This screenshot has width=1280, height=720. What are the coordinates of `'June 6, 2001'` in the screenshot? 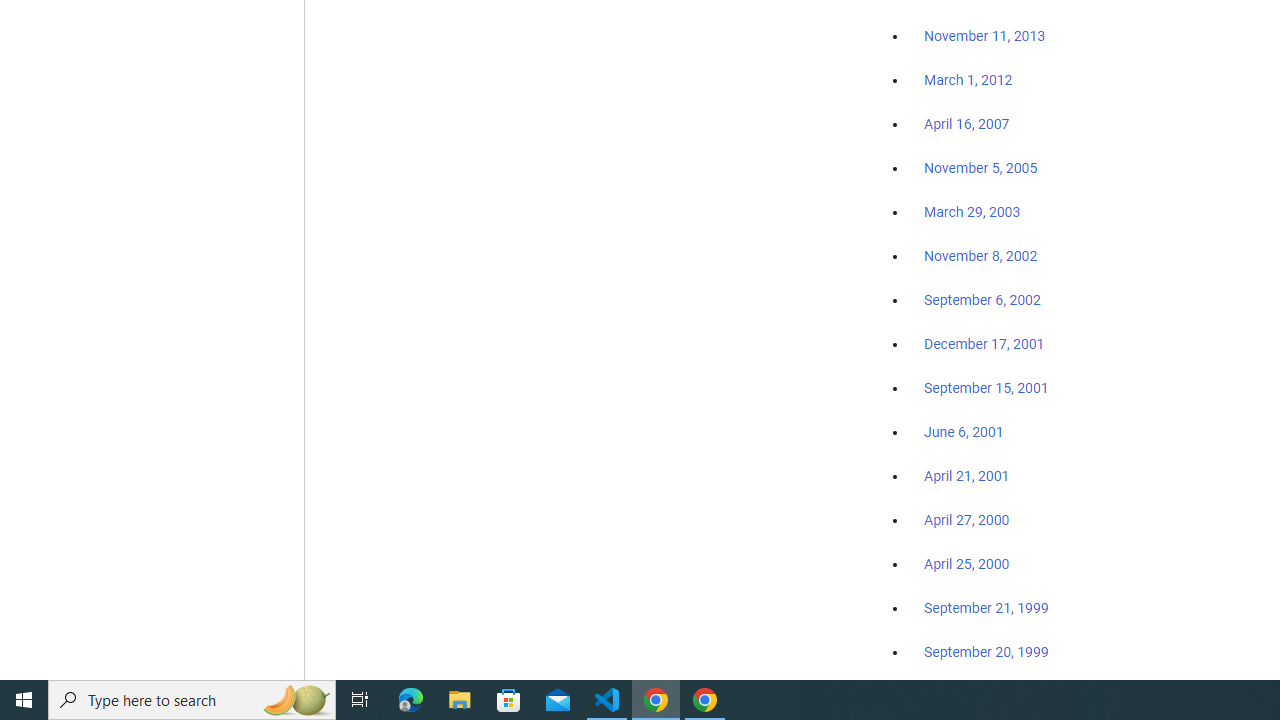 It's located at (963, 431).